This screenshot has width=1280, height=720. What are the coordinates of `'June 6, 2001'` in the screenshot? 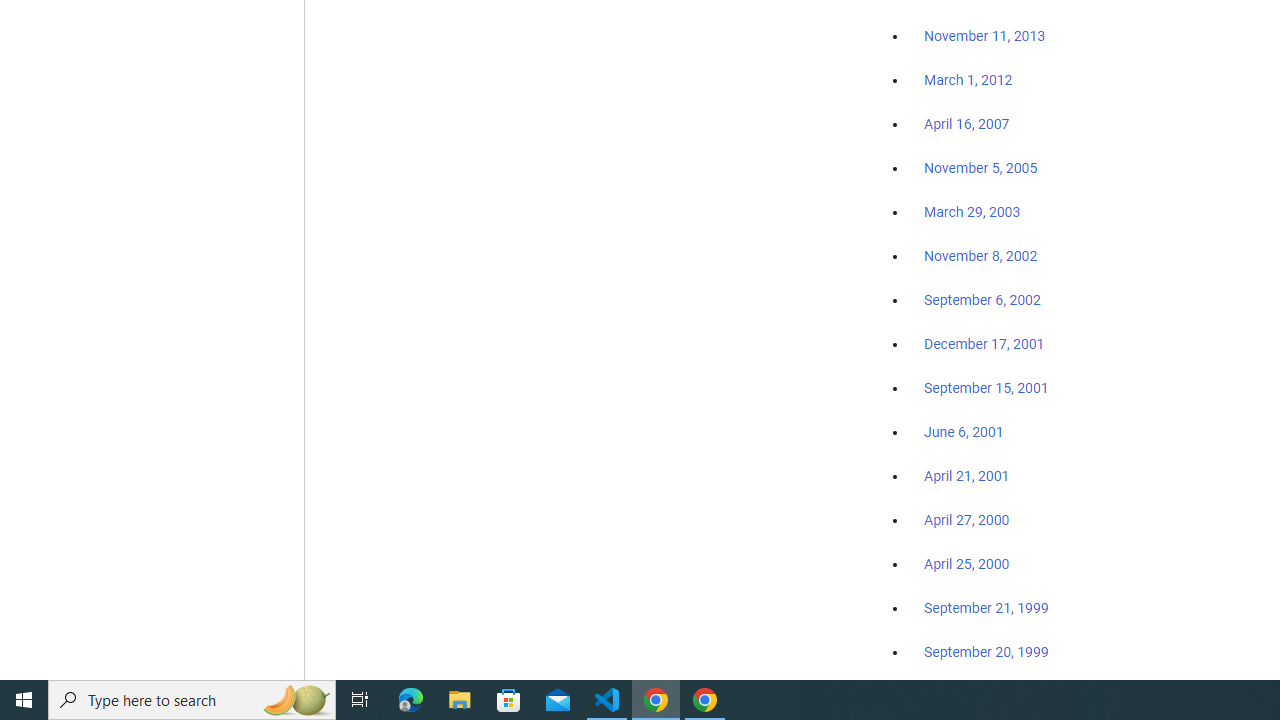 It's located at (963, 431).